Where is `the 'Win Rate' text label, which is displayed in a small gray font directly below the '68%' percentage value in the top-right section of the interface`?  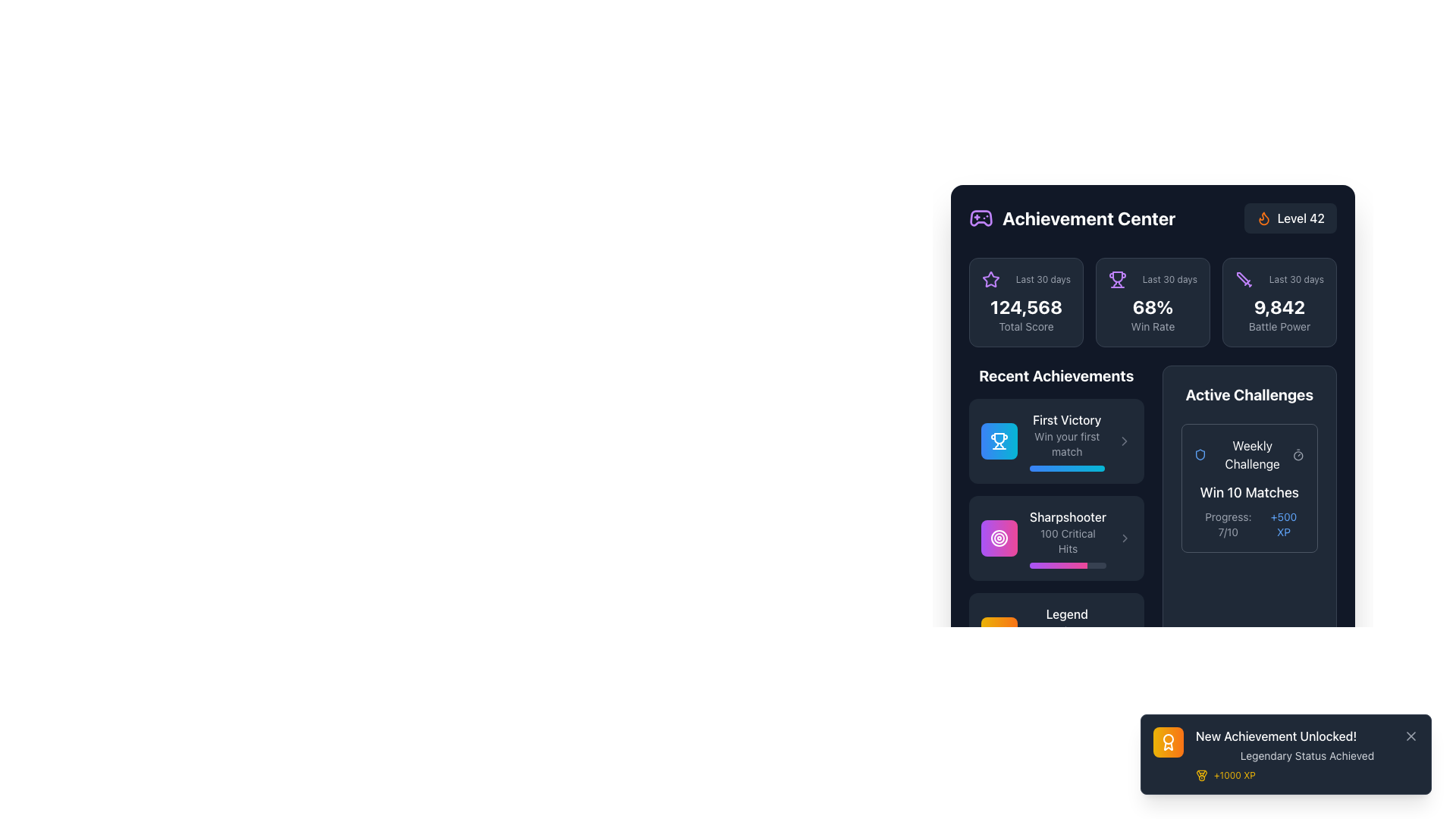
the 'Win Rate' text label, which is displayed in a small gray font directly below the '68%' percentage value in the top-right section of the interface is located at coordinates (1153, 326).